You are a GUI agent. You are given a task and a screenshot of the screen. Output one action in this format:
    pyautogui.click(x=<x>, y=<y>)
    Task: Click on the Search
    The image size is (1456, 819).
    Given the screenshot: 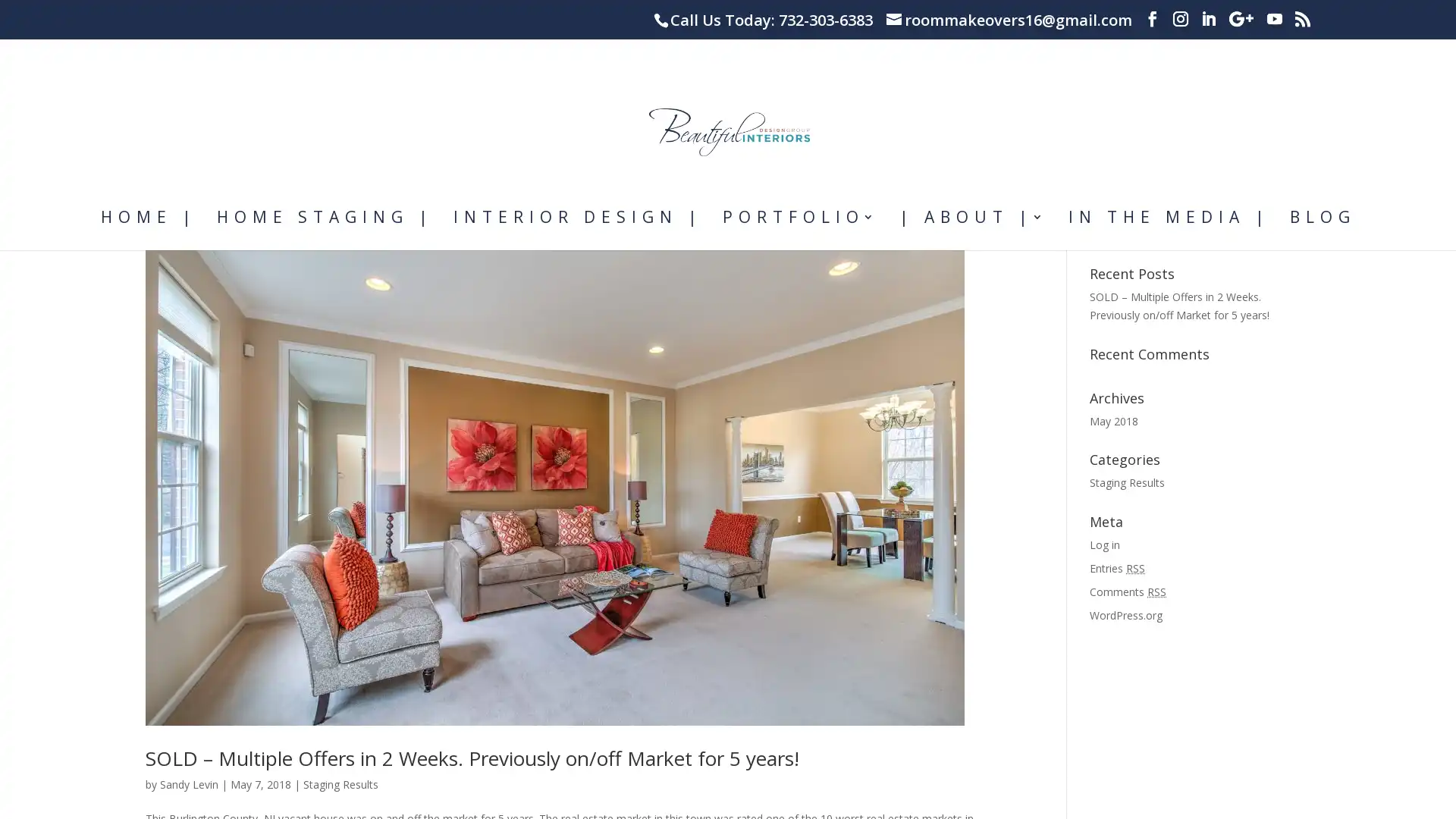 What is the action you would take?
    pyautogui.click(x=1282, y=294)
    